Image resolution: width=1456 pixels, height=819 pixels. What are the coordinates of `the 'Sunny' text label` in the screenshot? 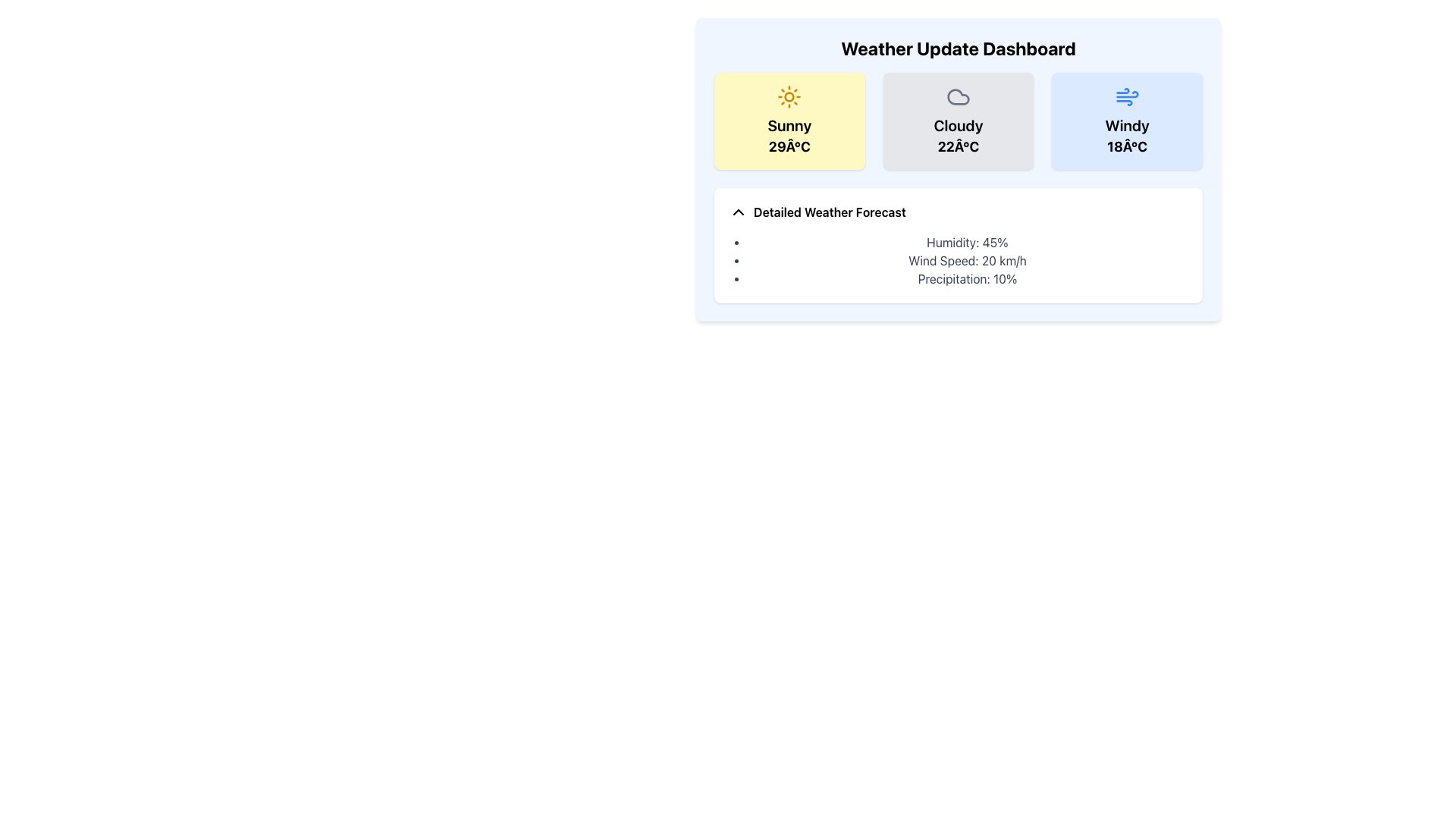 It's located at (789, 124).